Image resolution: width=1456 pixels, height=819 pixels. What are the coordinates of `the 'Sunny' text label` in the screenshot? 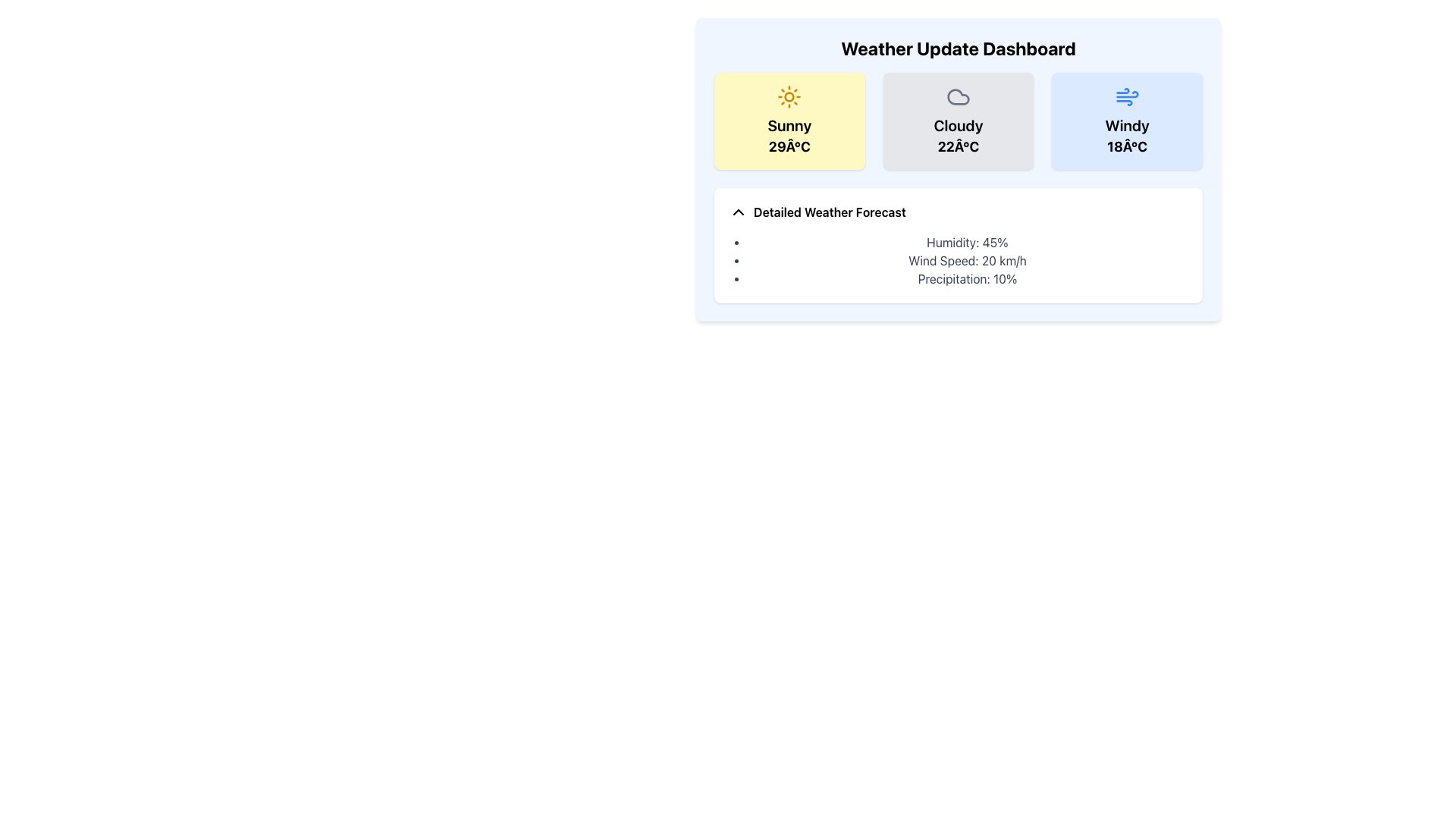 It's located at (789, 124).